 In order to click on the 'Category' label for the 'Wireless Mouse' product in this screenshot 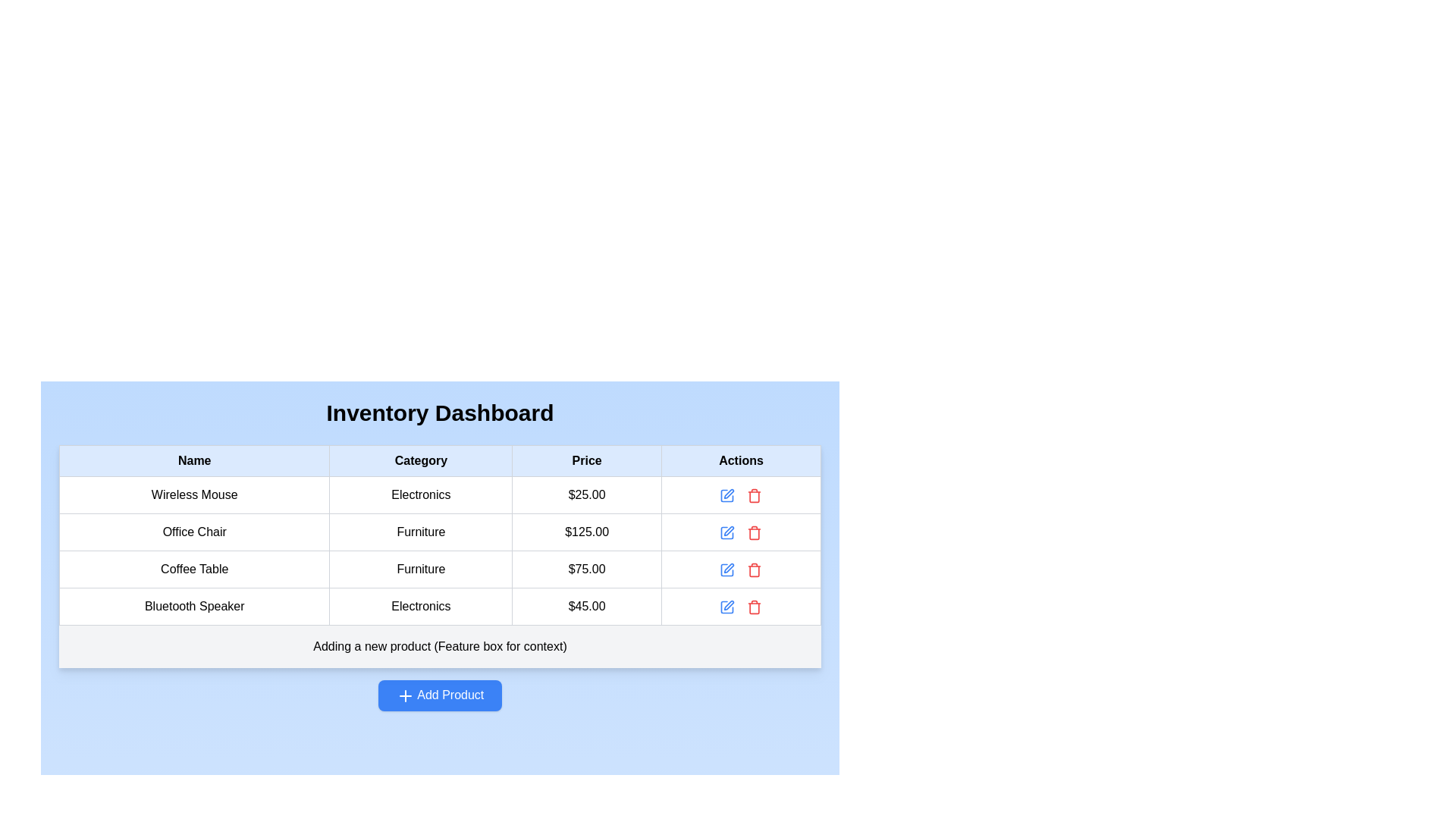, I will do `click(421, 494)`.